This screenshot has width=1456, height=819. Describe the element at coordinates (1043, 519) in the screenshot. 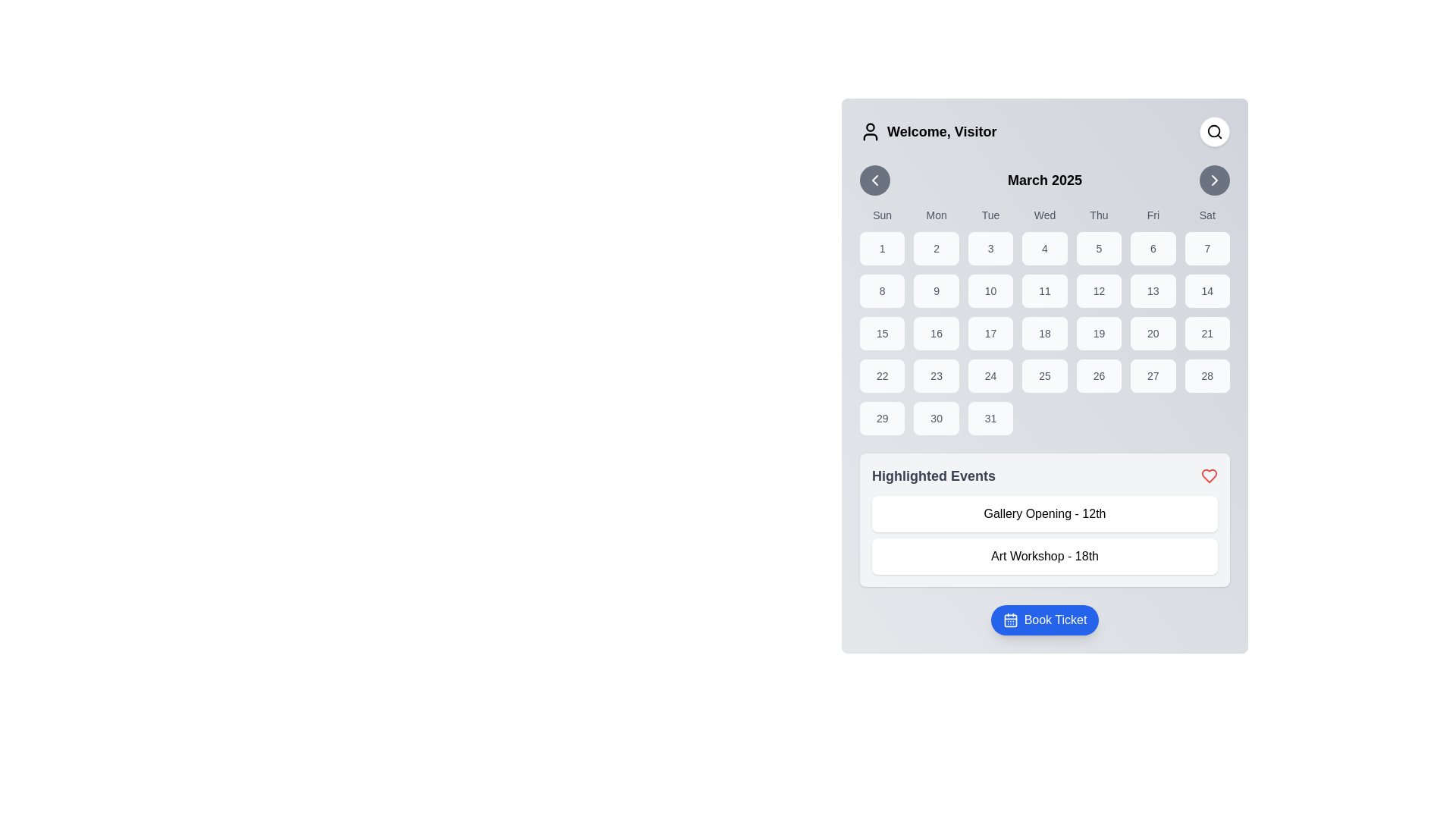

I see `listed events from the Information Card located below the calendar grid in the main card of the interface` at that location.